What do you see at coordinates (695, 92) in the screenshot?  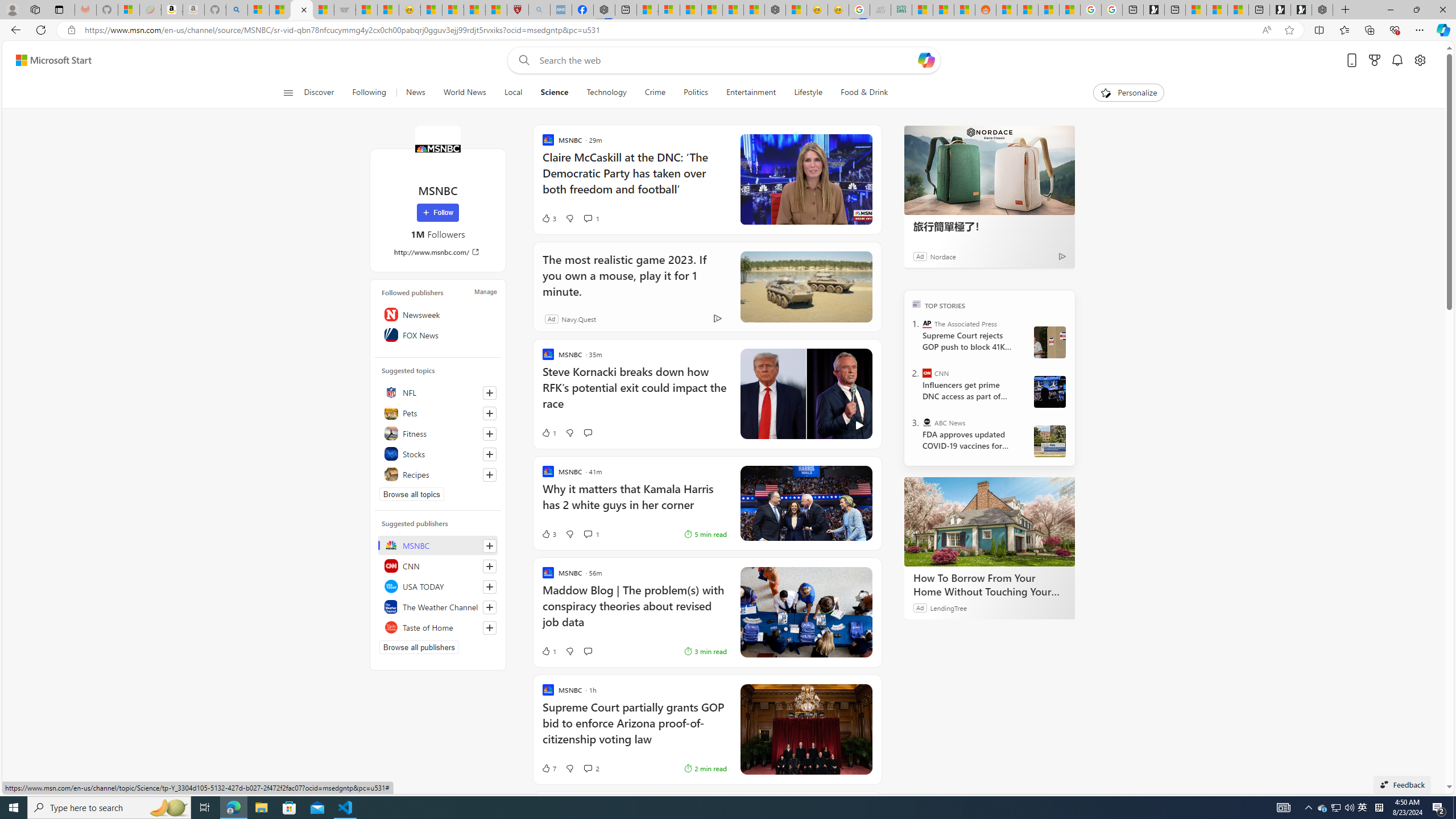 I see `'Politics'` at bounding box center [695, 92].